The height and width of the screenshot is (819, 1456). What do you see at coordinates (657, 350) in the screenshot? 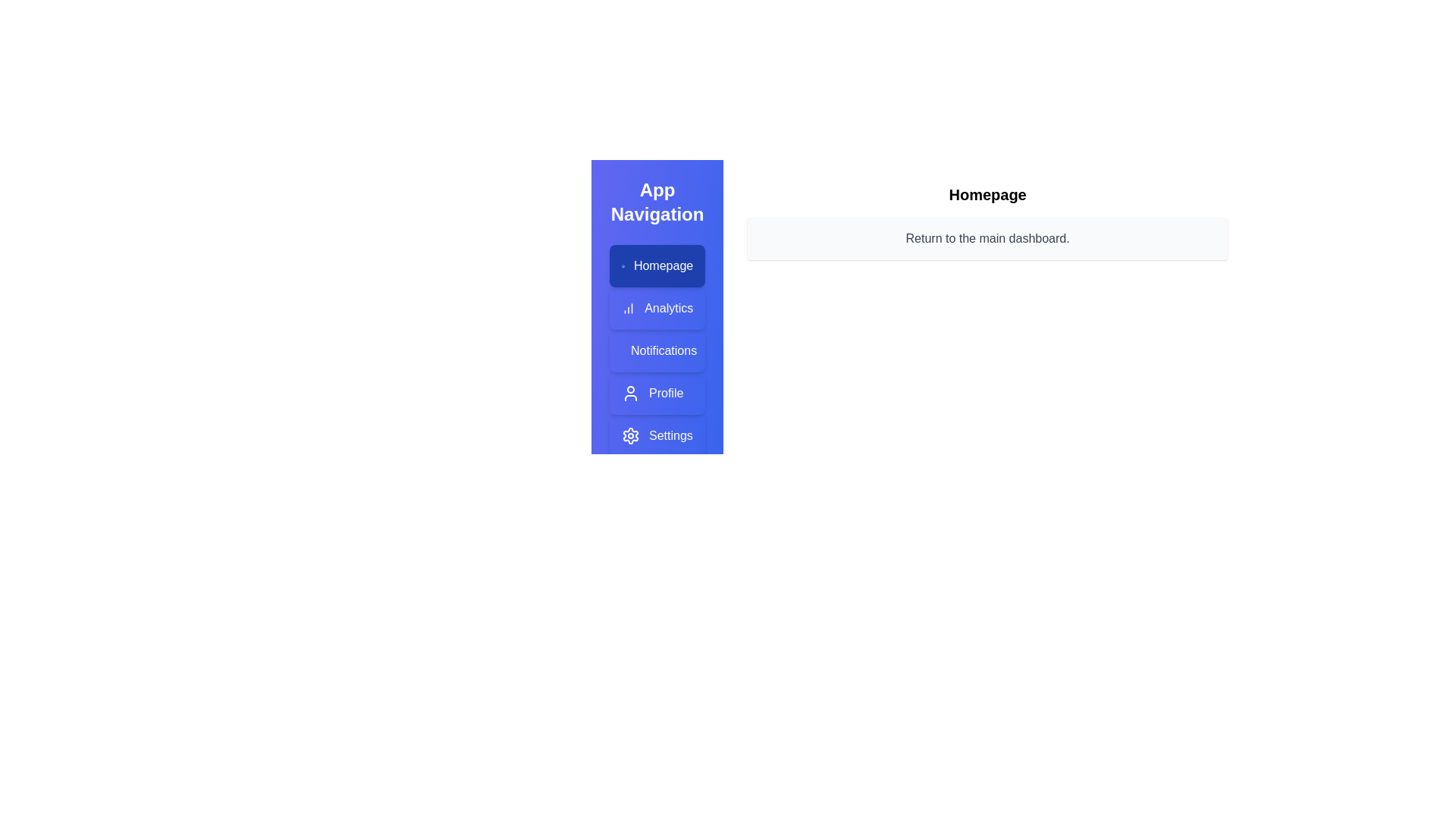
I see `the 'Notifications' navigation button, which is the third item in the vertical list of the 'App Navigation' menu, located on the left side of the viewport` at bounding box center [657, 350].